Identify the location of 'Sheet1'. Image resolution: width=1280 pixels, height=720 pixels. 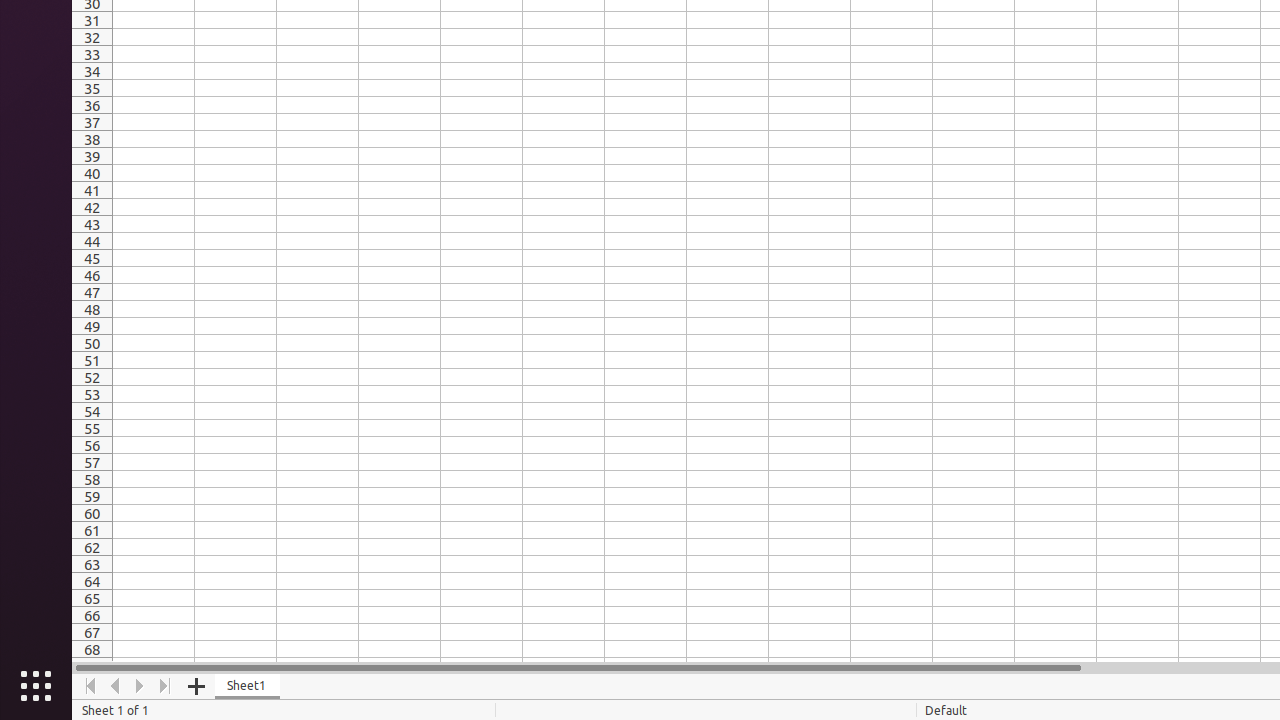
(246, 685).